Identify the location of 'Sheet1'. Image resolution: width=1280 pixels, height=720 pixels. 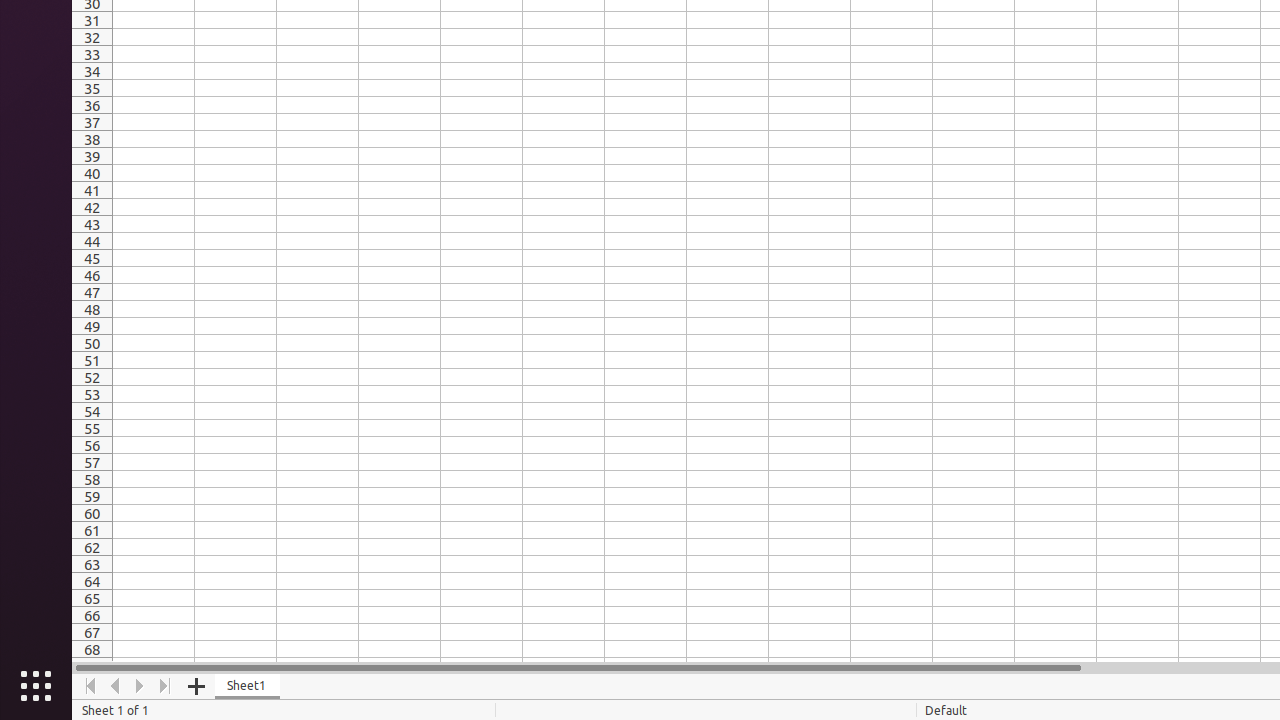
(246, 685).